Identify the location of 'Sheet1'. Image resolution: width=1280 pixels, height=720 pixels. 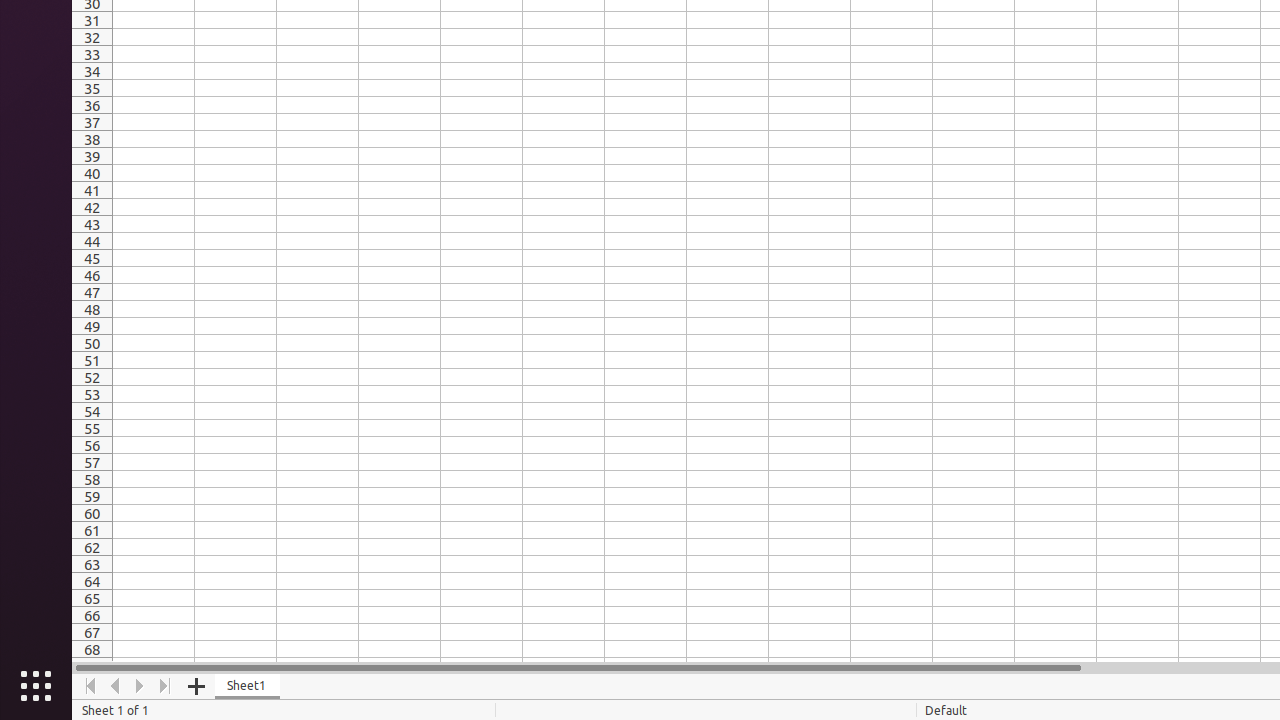
(246, 685).